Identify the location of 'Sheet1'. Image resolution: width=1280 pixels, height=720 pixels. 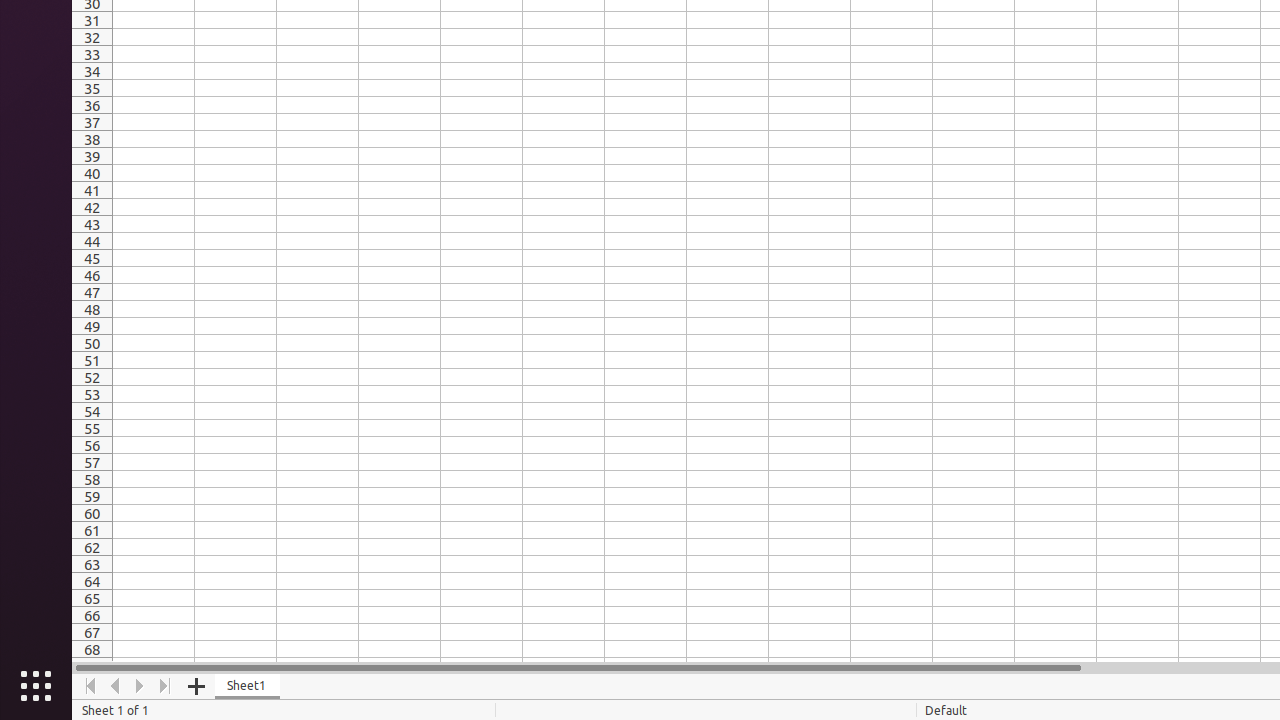
(246, 685).